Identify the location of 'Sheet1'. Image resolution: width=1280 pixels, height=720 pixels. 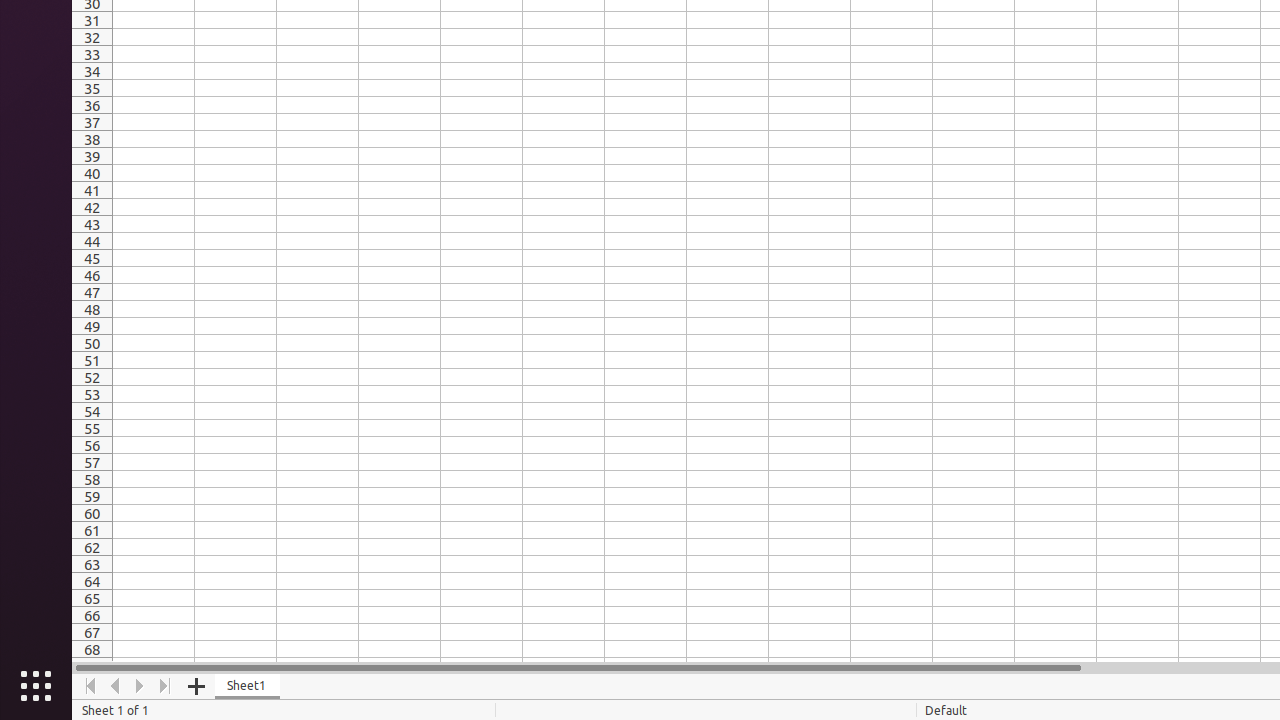
(246, 685).